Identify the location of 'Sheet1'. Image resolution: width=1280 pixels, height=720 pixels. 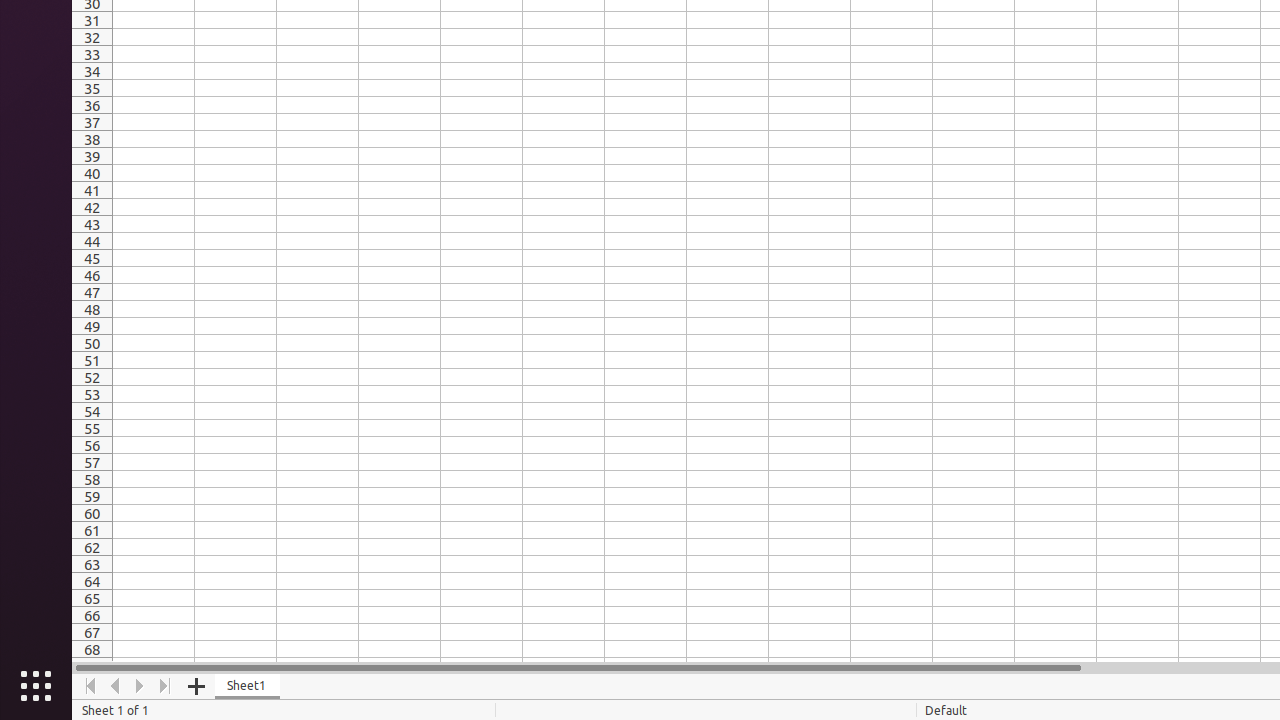
(246, 685).